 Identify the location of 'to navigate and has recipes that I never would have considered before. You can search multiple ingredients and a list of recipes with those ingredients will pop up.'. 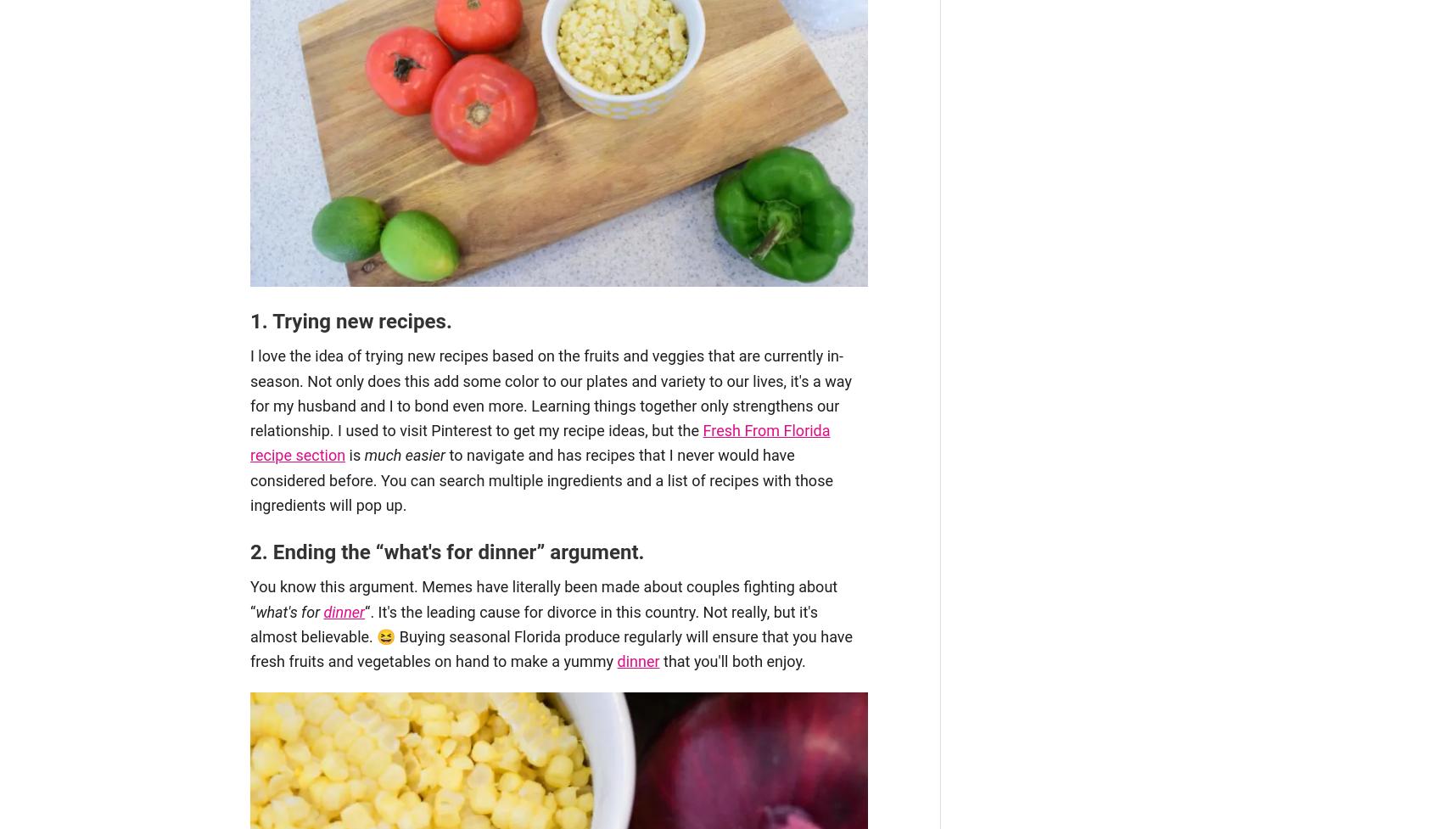
(541, 479).